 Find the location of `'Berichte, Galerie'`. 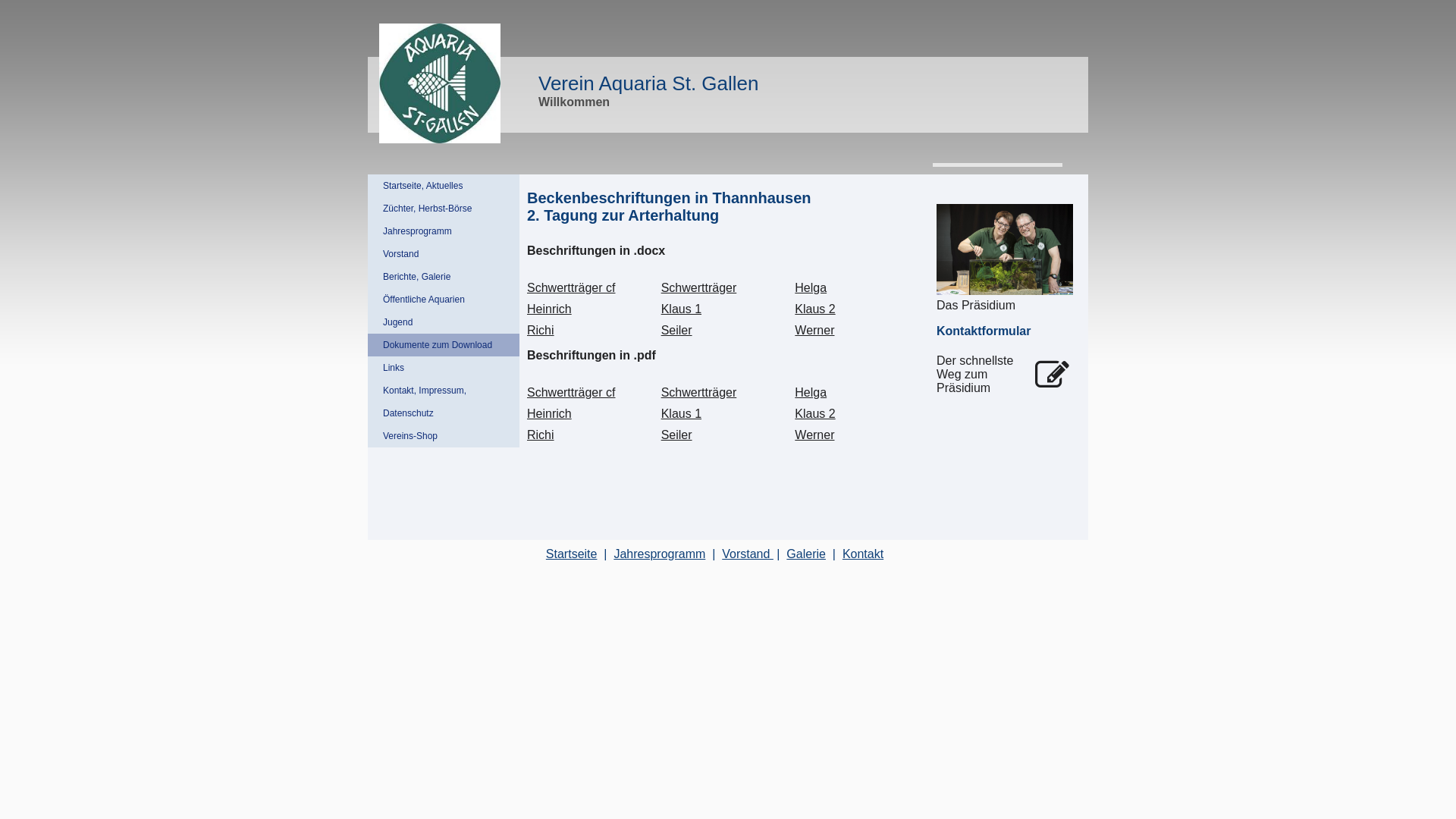

'Berichte, Galerie' is located at coordinates (443, 277).